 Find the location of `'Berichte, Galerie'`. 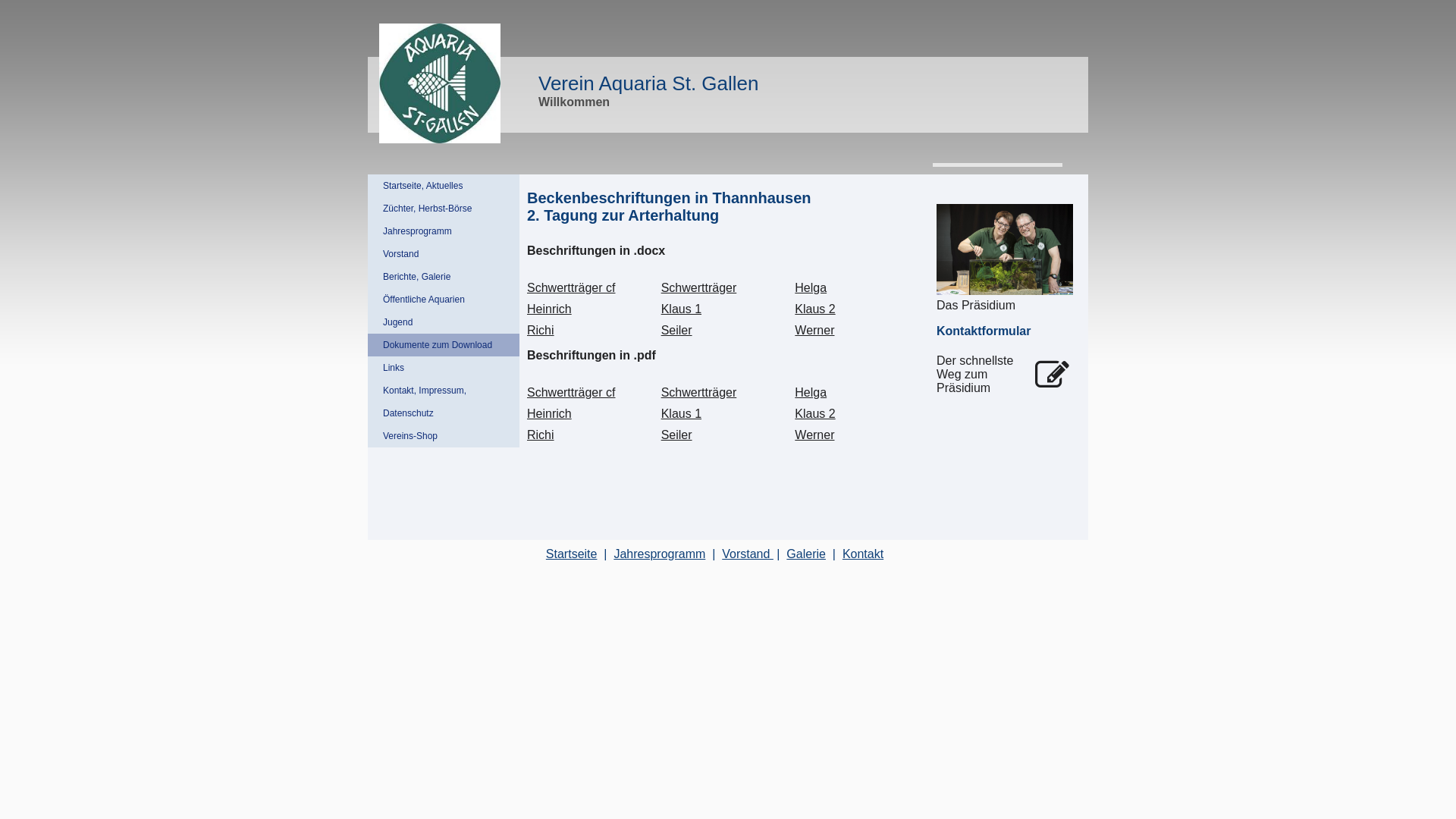

'Berichte, Galerie' is located at coordinates (443, 277).